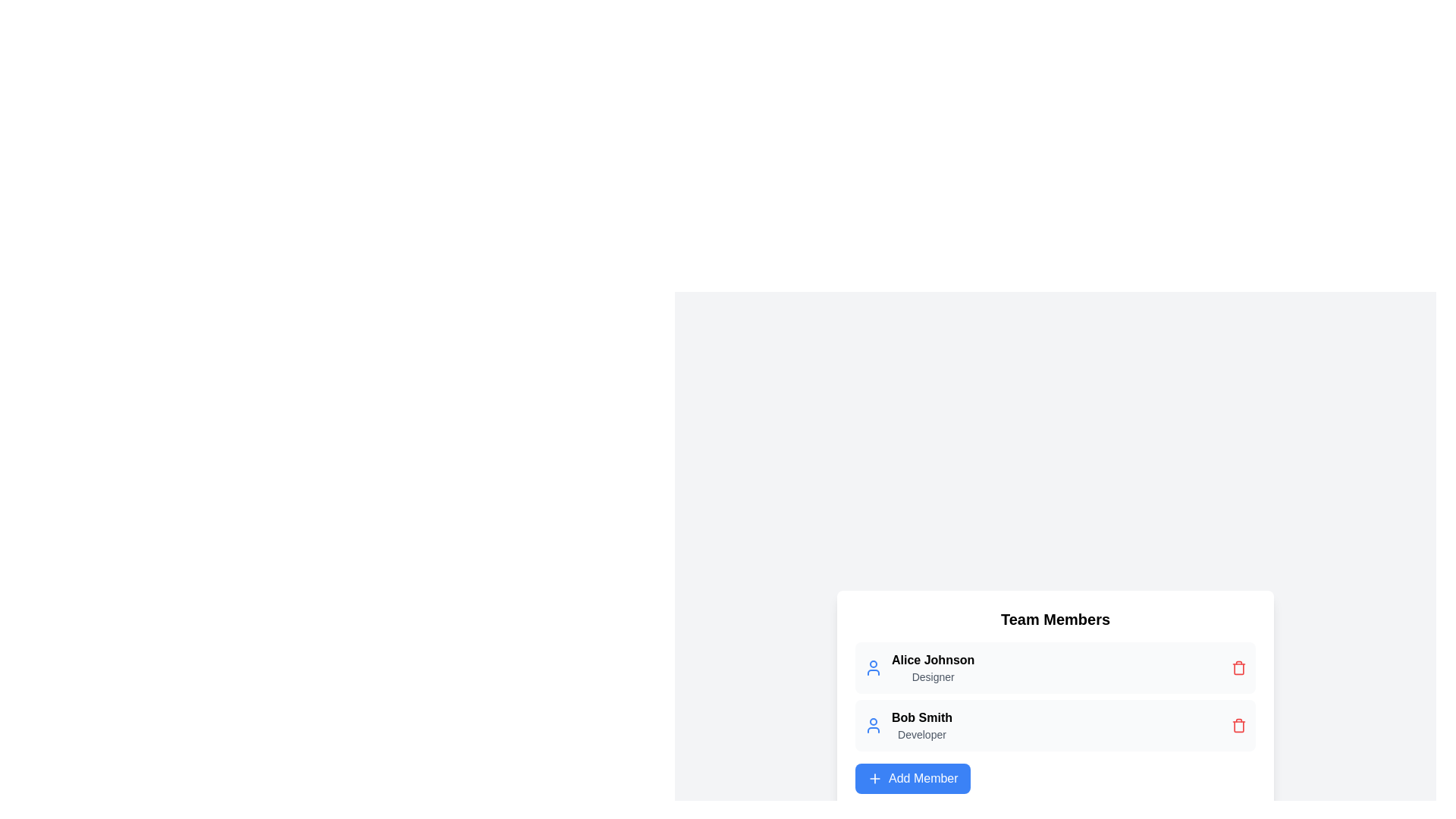 Image resolution: width=1456 pixels, height=819 pixels. What do you see at coordinates (1055, 724) in the screenshot?
I see `displayed information of the team member list item located below 'Alice Johnson Designer'` at bounding box center [1055, 724].